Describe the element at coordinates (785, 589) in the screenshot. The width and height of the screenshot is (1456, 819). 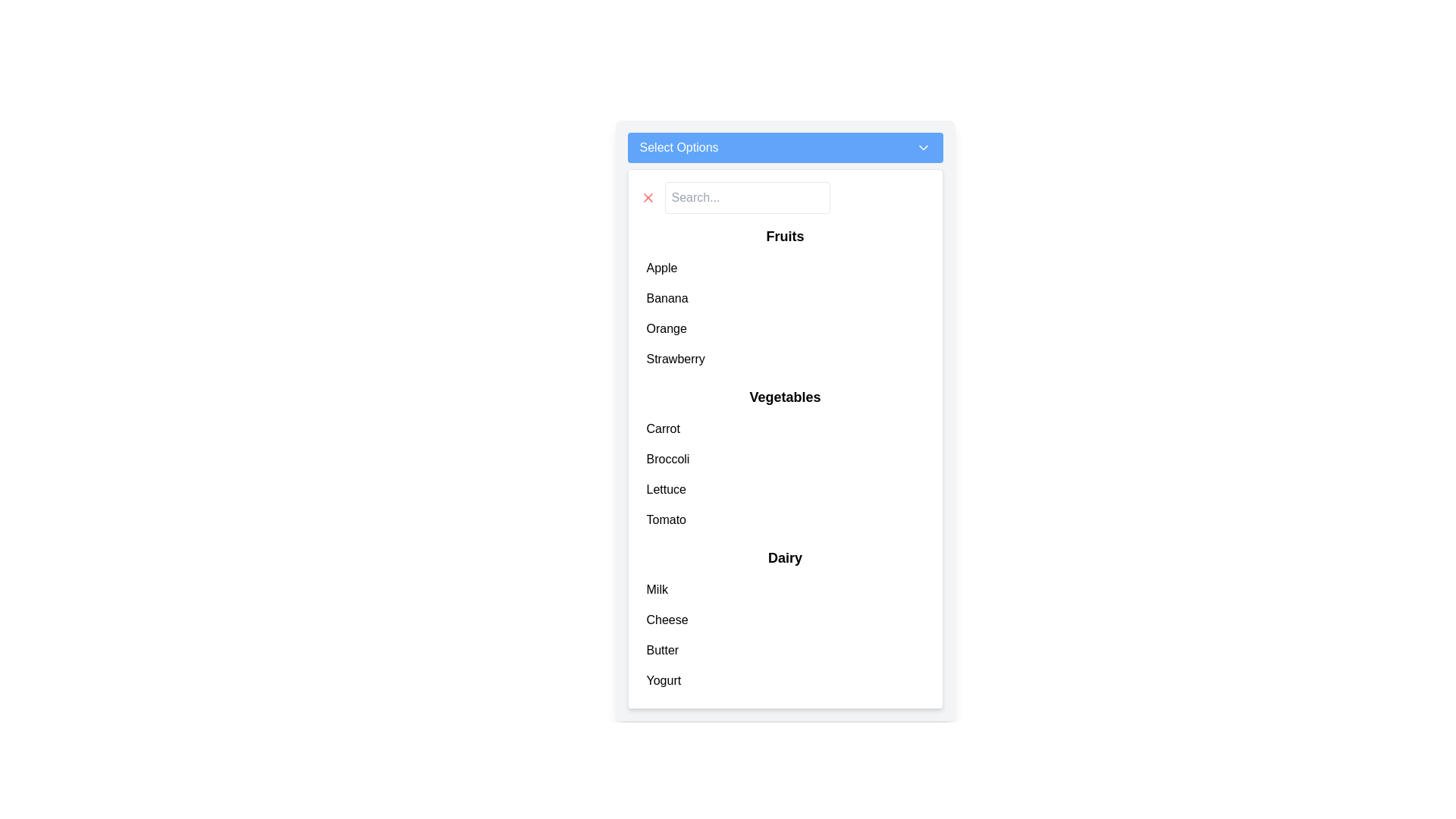
I see `the first item in the 'Dairy' section of the list` at that location.